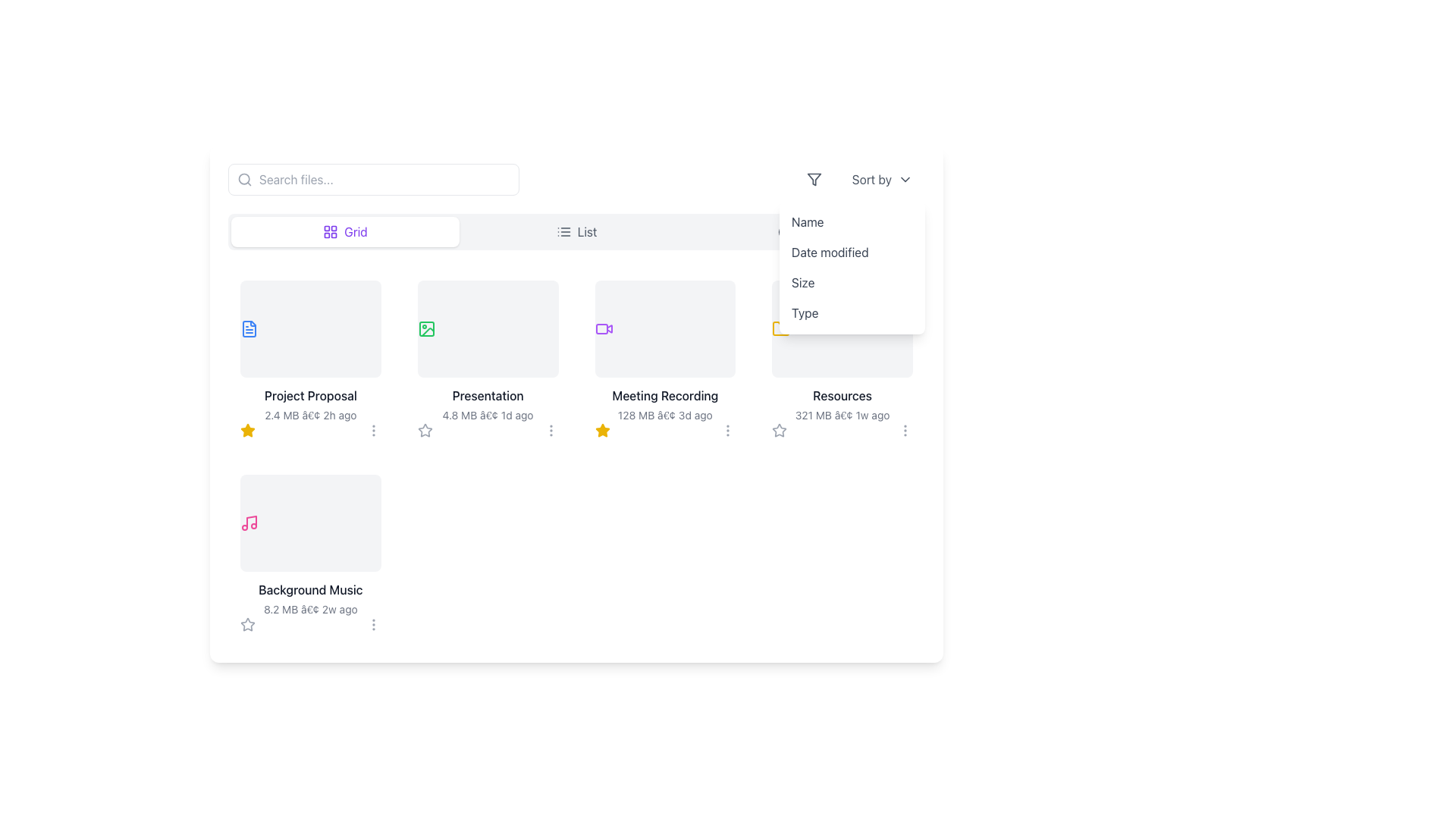  What do you see at coordinates (488, 394) in the screenshot?
I see `text displayed in the static text label located within a grid item, positioned directly below the file type icon and above the file information text` at bounding box center [488, 394].